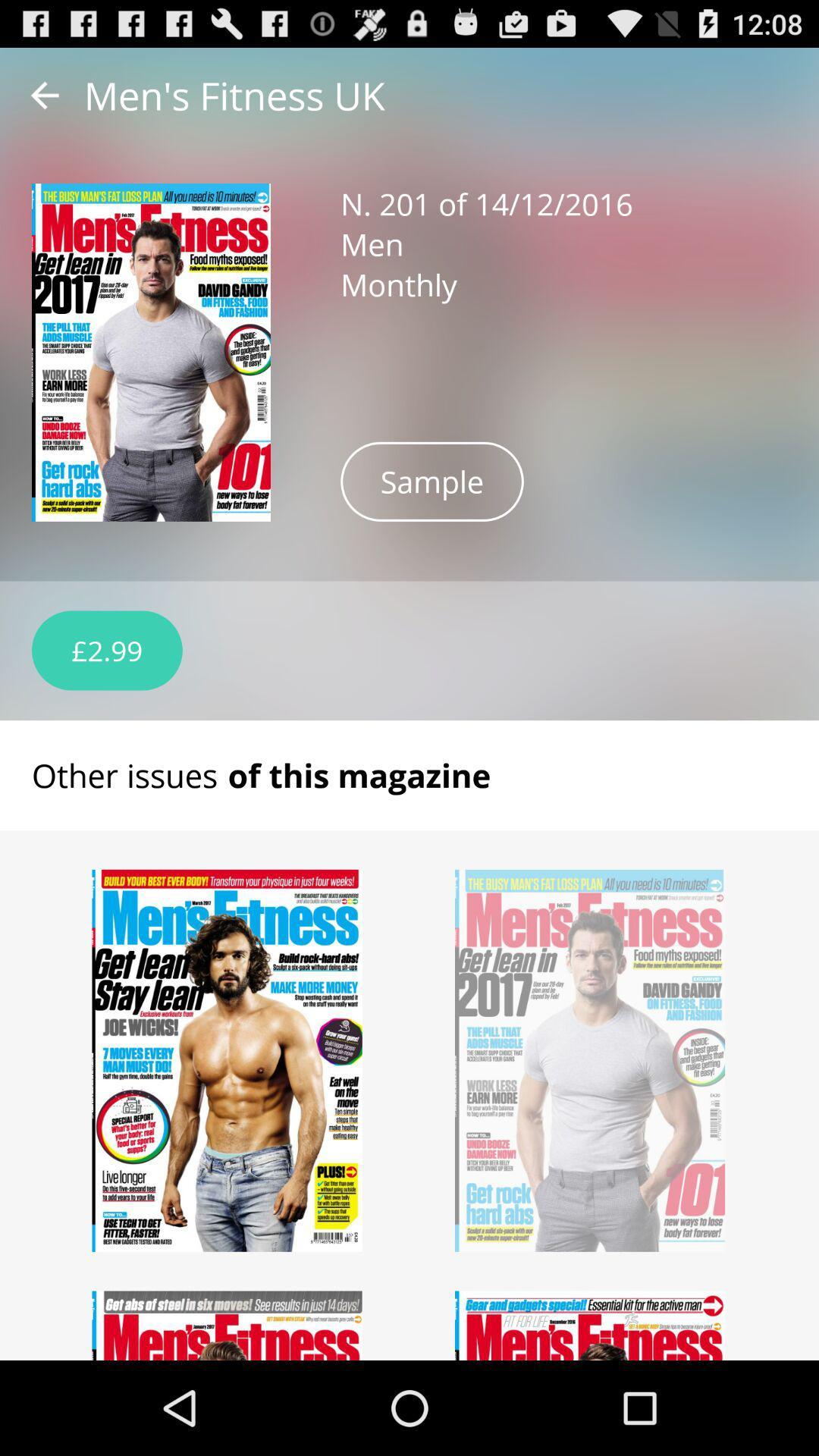 The height and width of the screenshot is (1456, 819). I want to click on item next to the men s fitness, so click(44, 94).